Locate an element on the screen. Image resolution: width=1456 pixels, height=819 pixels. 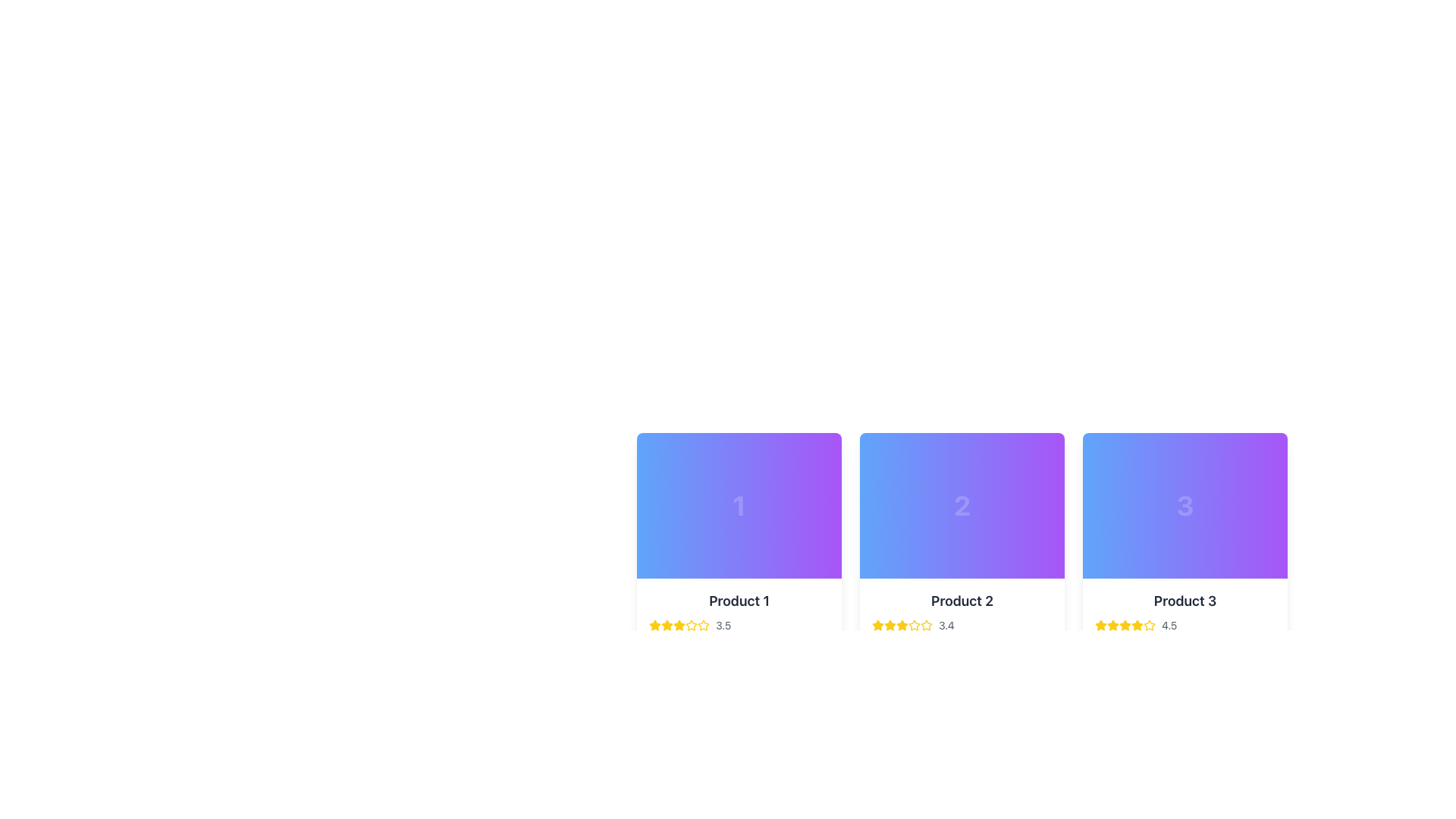
the second yellow star icon in the product rating system for 'Product 2' is located at coordinates (926, 625).